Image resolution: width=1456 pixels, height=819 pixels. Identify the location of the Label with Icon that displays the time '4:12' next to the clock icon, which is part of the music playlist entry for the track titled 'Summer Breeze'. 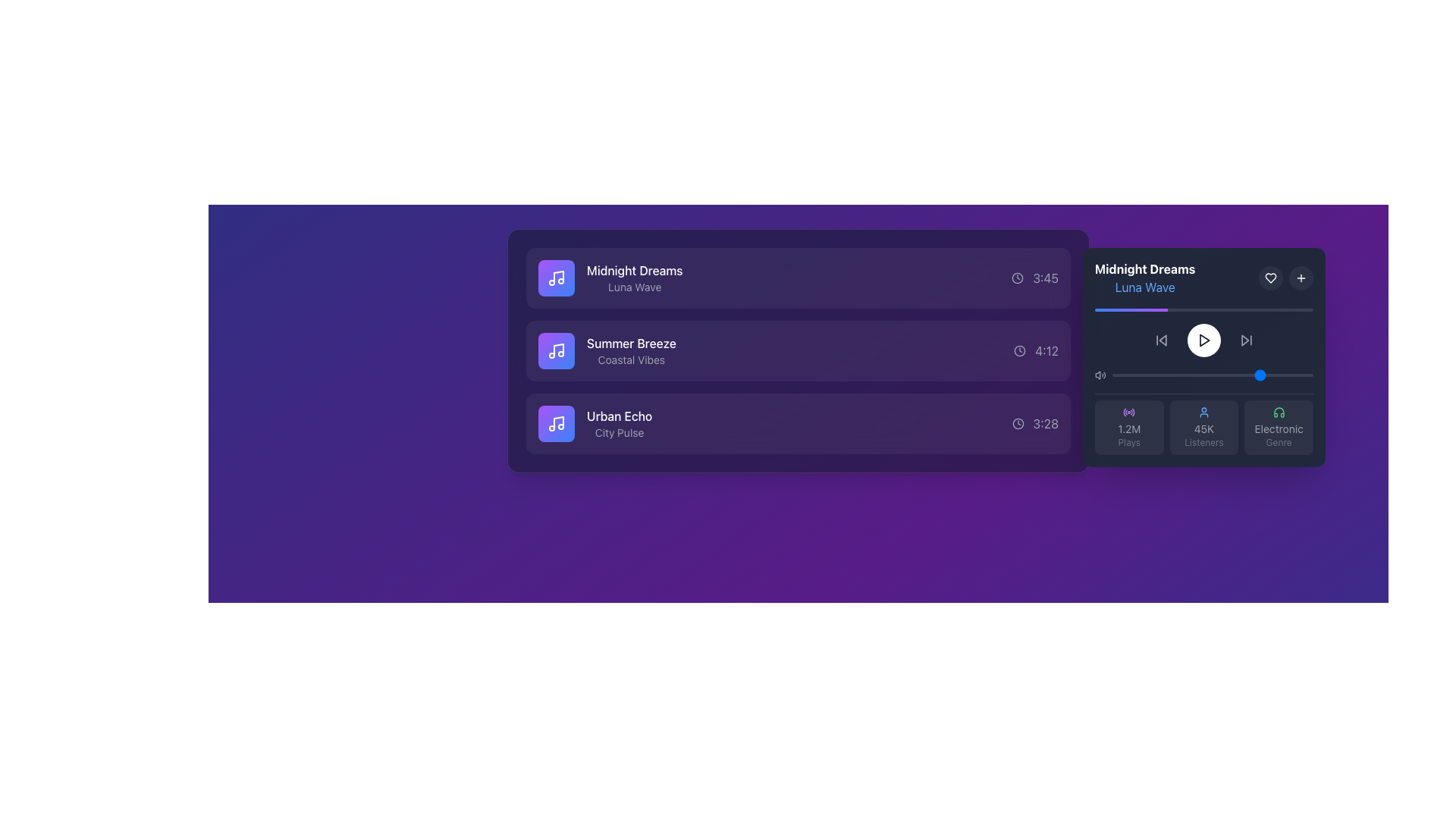
(1035, 350).